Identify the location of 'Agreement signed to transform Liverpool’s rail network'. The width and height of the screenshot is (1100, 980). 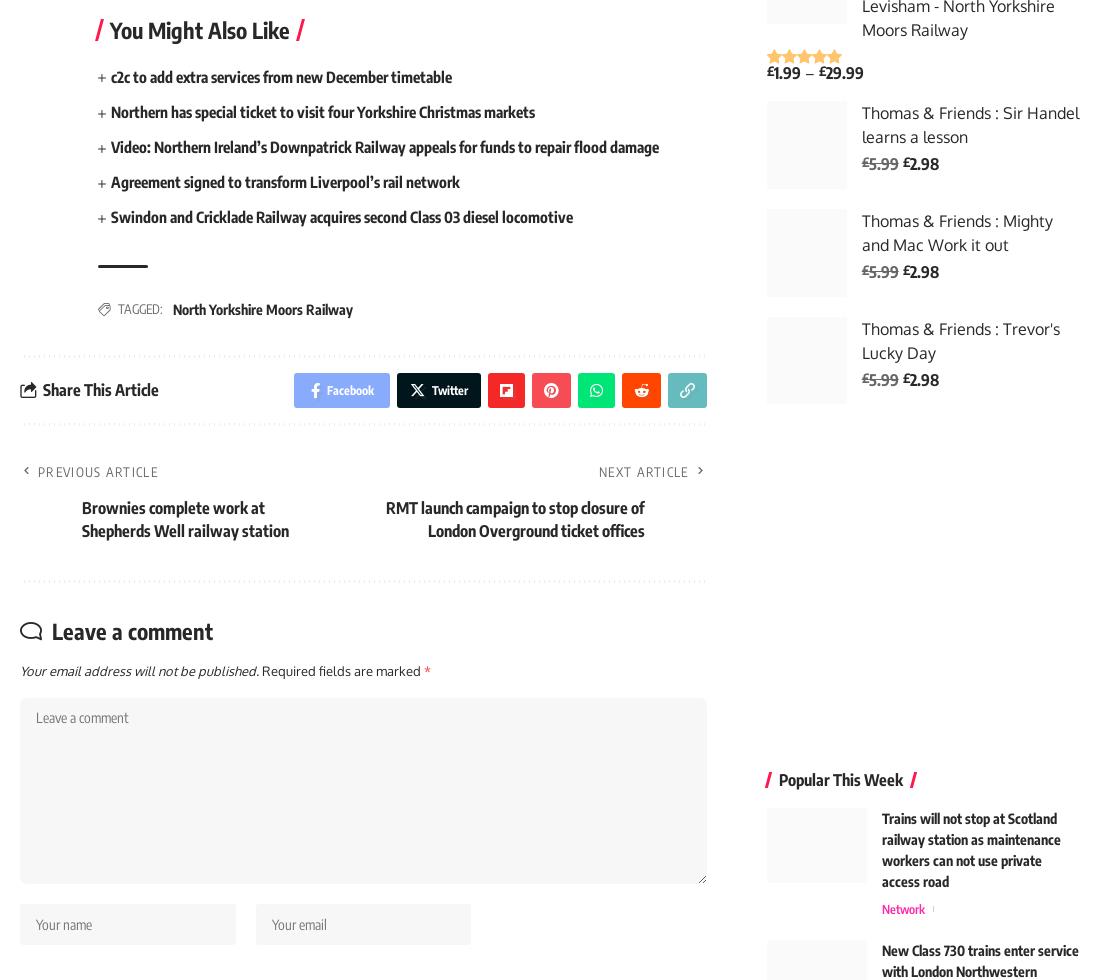
(295, 186).